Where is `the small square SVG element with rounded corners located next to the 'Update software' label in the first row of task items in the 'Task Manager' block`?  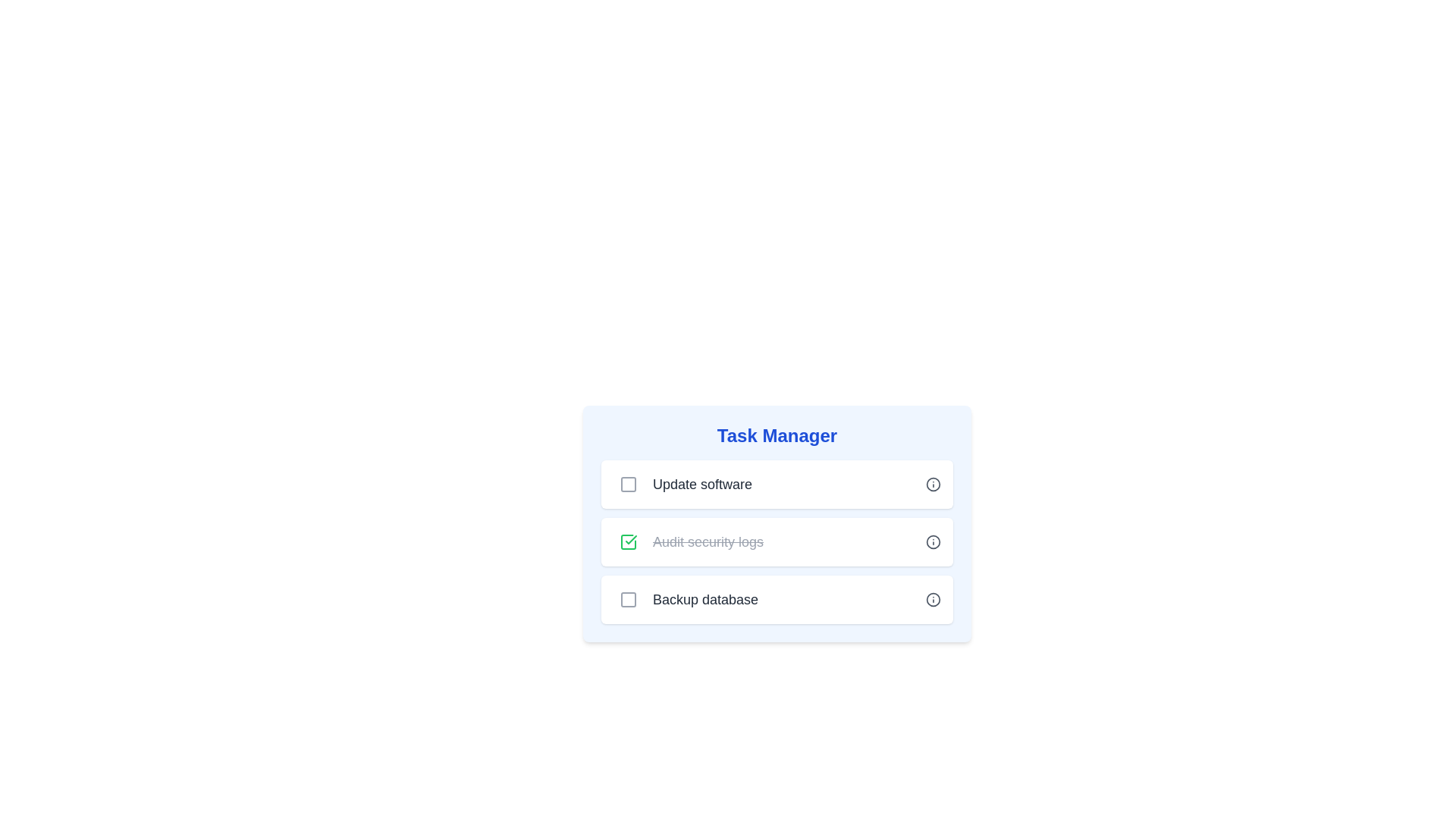
the small square SVG element with rounded corners located next to the 'Update software' label in the first row of task items in the 'Task Manager' block is located at coordinates (629, 485).